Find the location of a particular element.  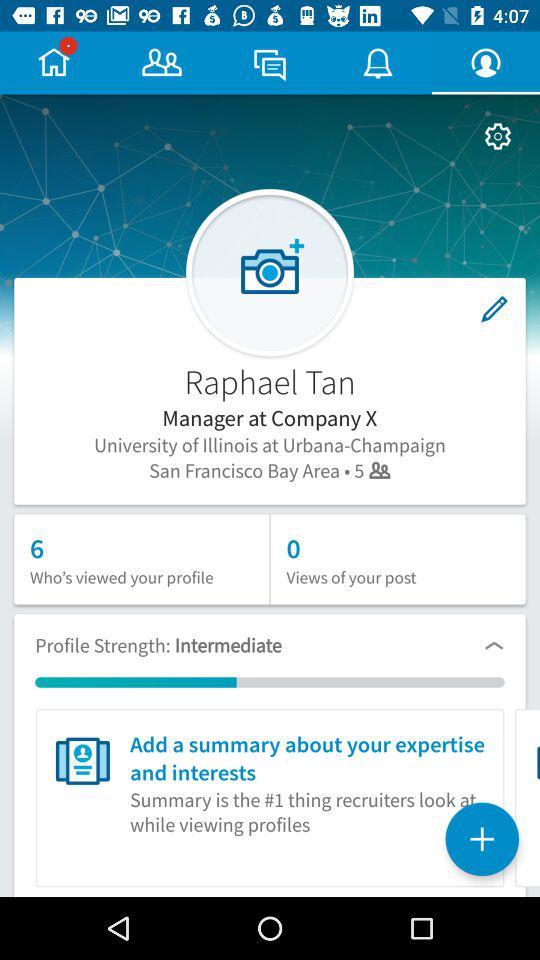

the add icon is located at coordinates (481, 839).